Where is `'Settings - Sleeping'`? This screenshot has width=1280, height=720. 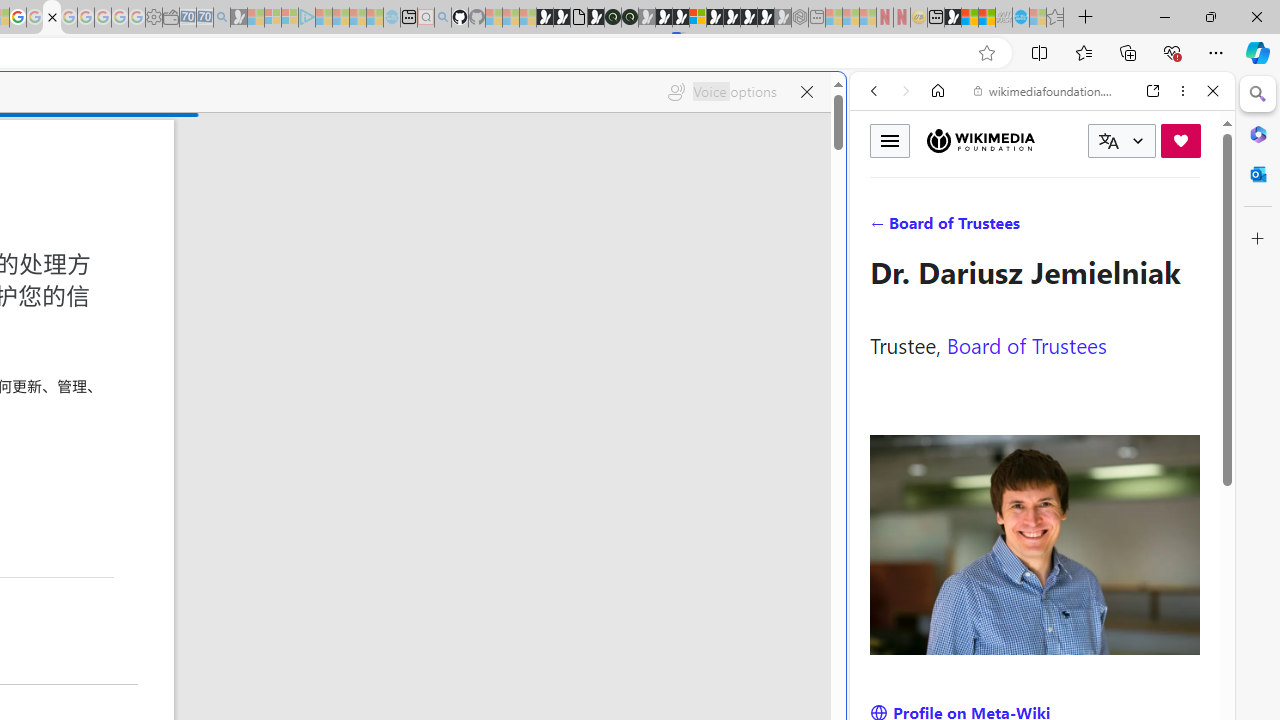 'Settings - Sleeping' is located at coordinates (153, 17).